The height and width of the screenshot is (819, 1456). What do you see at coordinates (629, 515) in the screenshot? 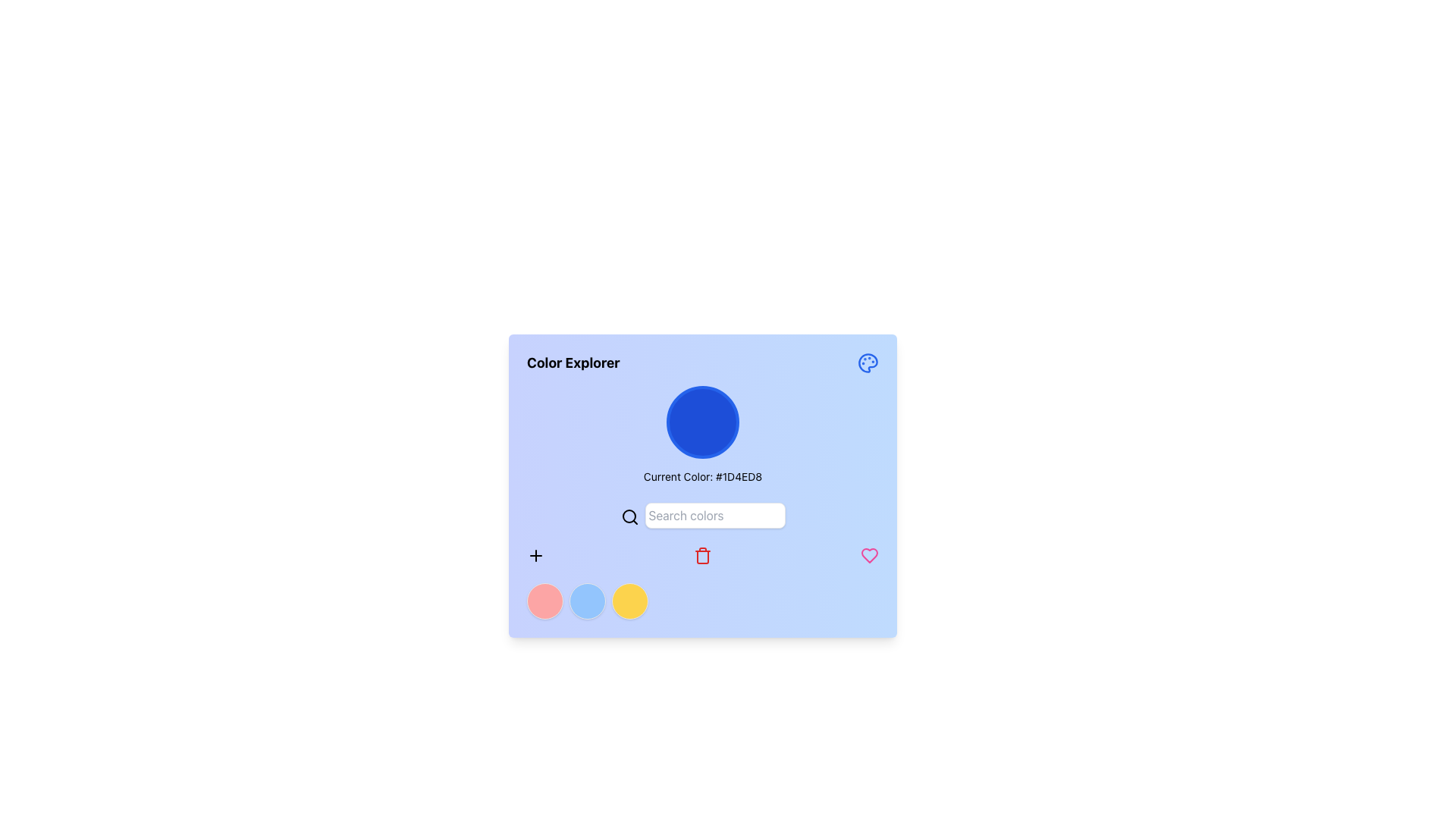
I see `the SVG Circle that is part of the magnifying glass icon, located to the left of the 'Search colors' input field` at bounding box center [629, 515].